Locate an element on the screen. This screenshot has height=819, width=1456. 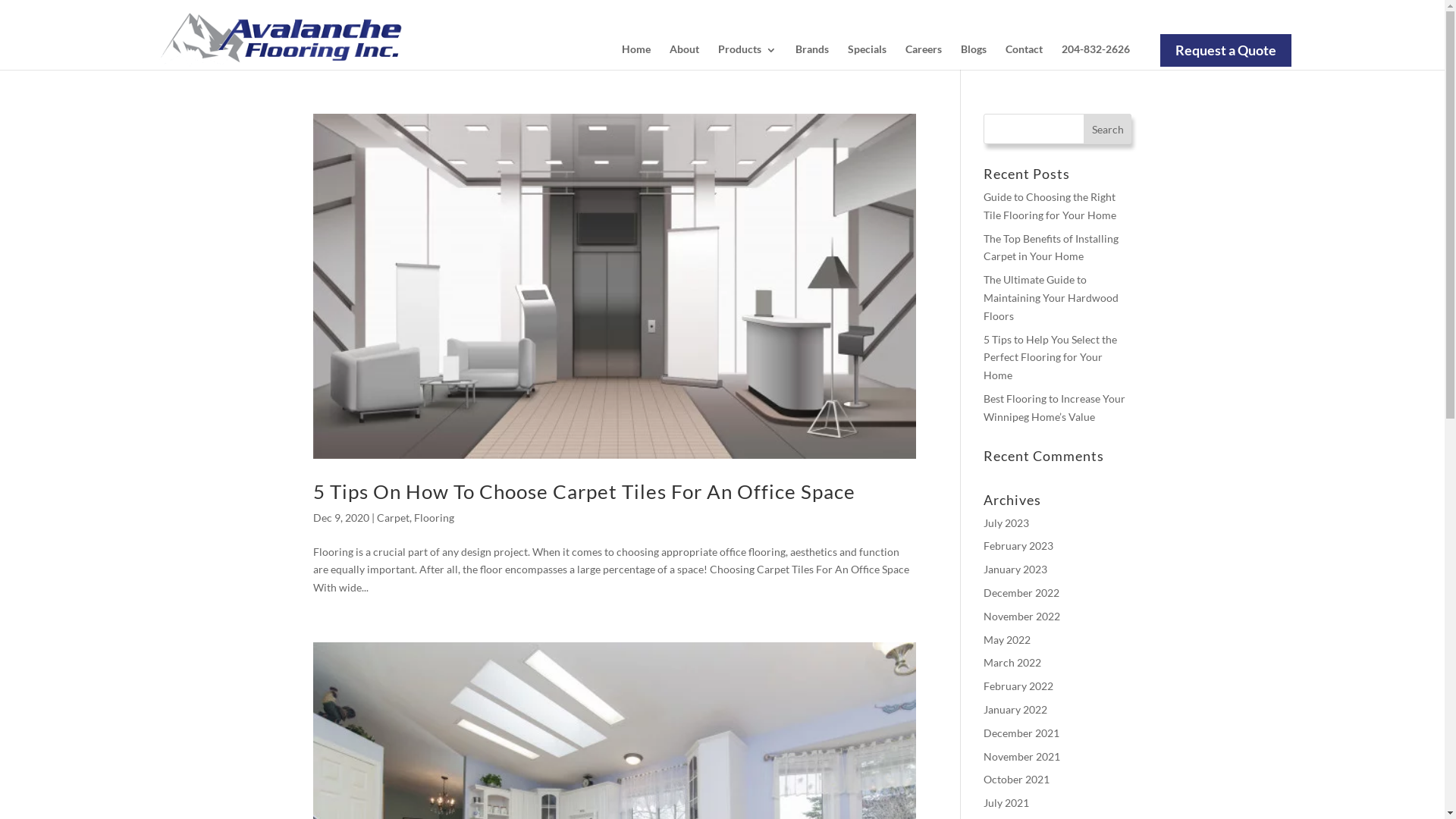
'About' is located at coordinates (682, 51).